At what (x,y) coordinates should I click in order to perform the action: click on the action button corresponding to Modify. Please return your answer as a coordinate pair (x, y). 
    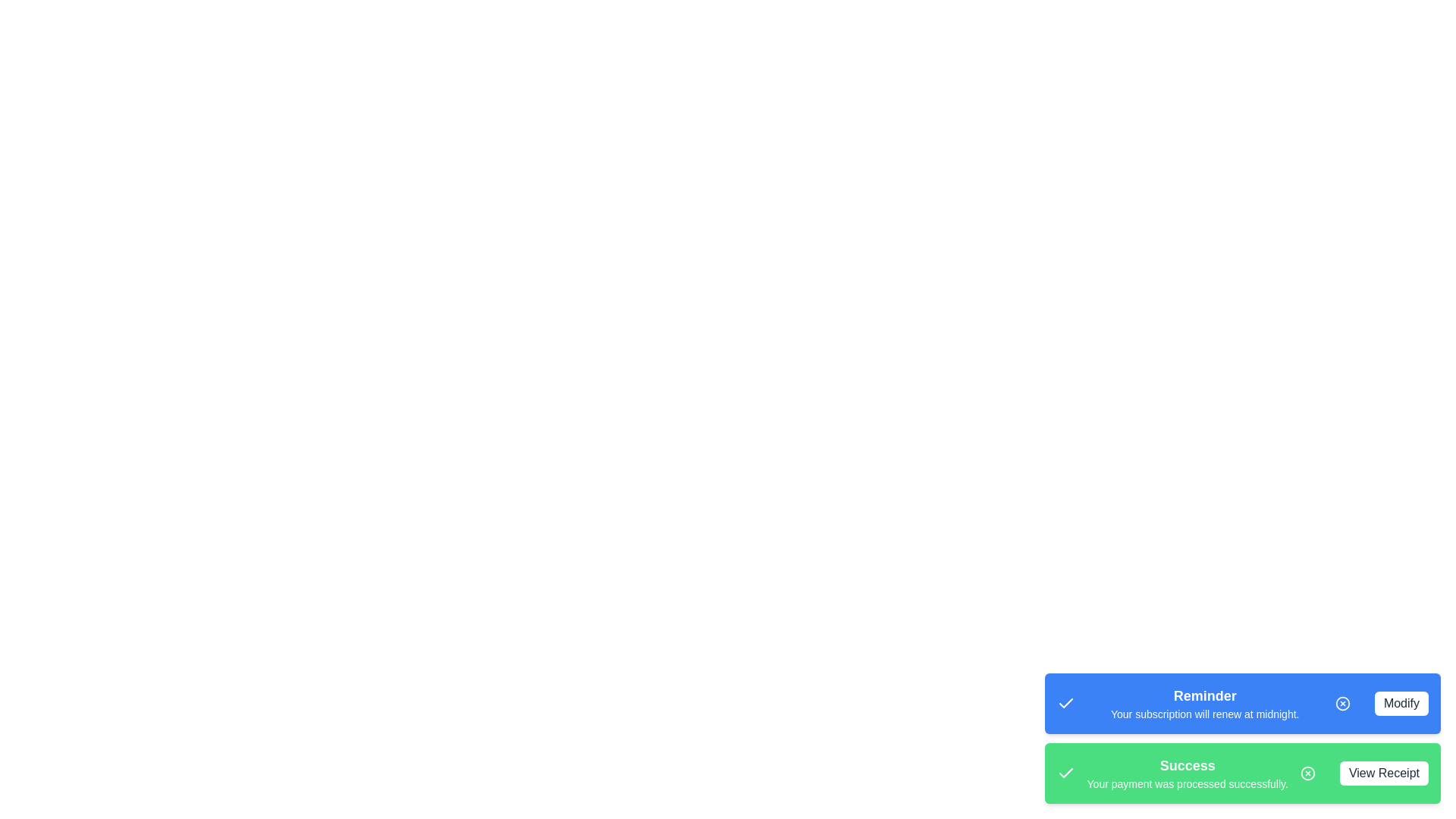
    Looking at the image, I should click on (1401, 704).